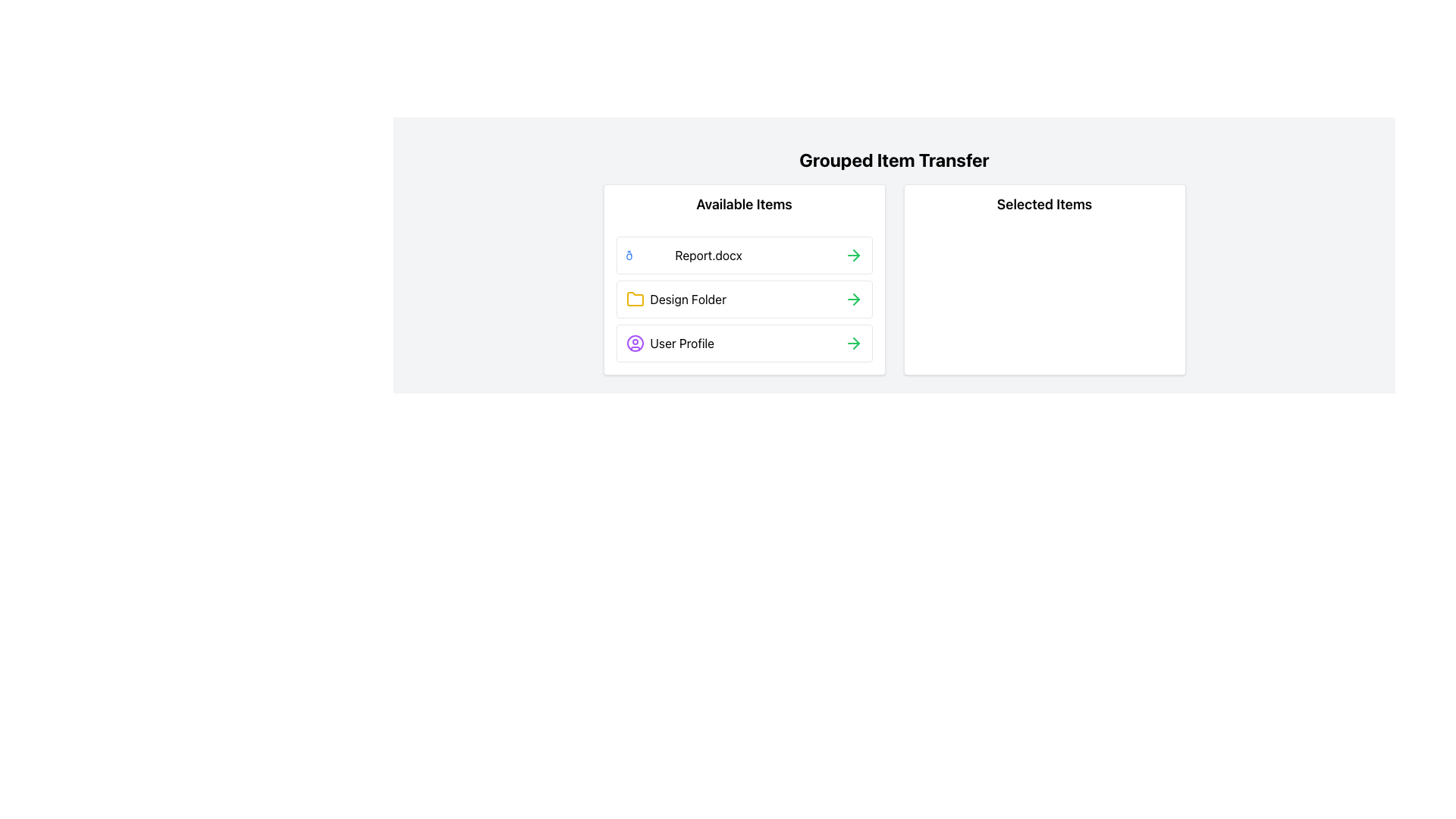 The image size is (1456, 819). What do you see at coordinates (635, 299) in the screenshot?
I see `the yellow-colored folder icon representing the 'Design Folder' entry in the 'Available Items' panel, located between 'Report.docx' and 'User Profile'` at bounding box center [635, 299].